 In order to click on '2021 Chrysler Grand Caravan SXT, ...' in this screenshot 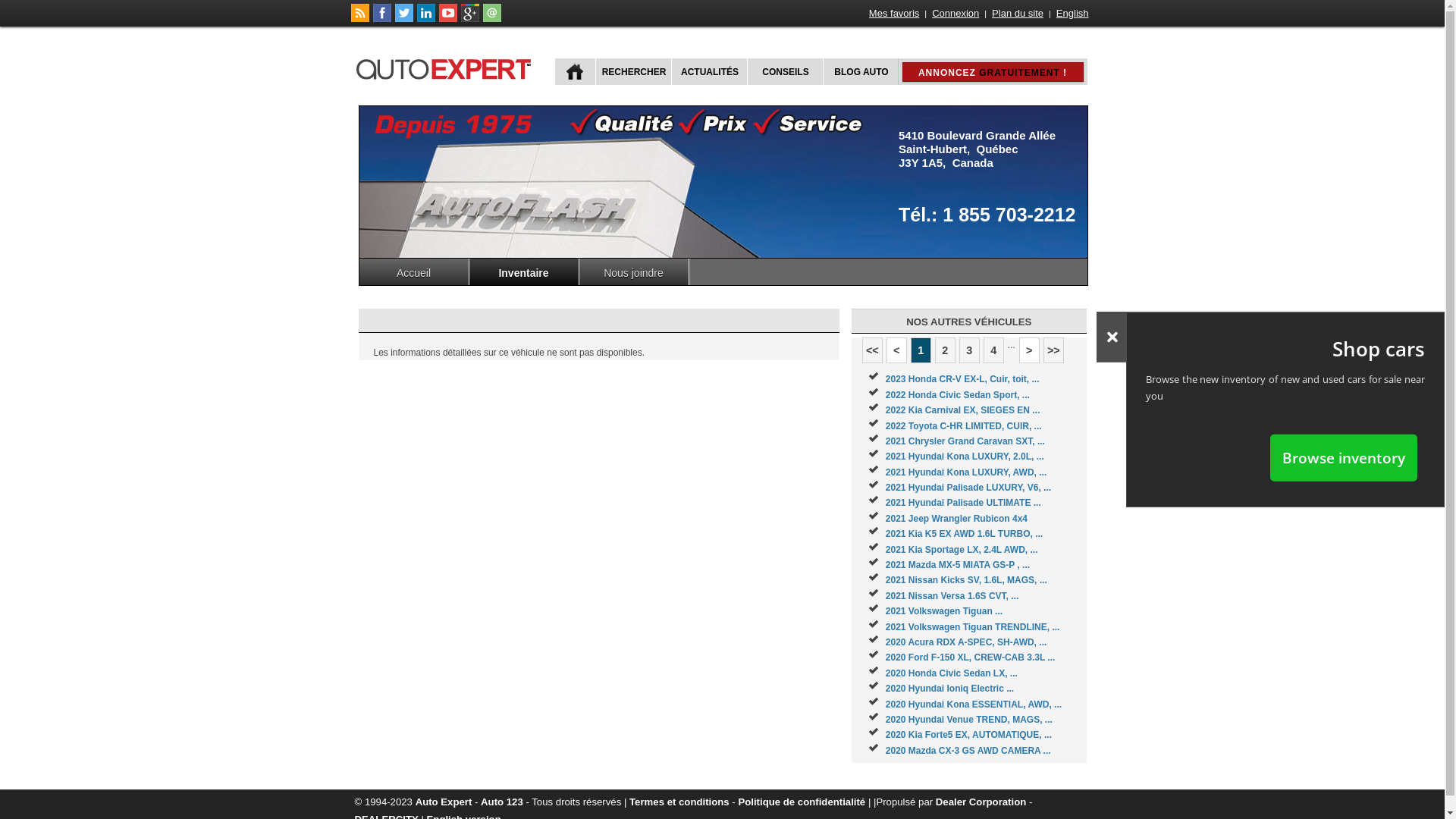, I will do `click(964, 441)`.